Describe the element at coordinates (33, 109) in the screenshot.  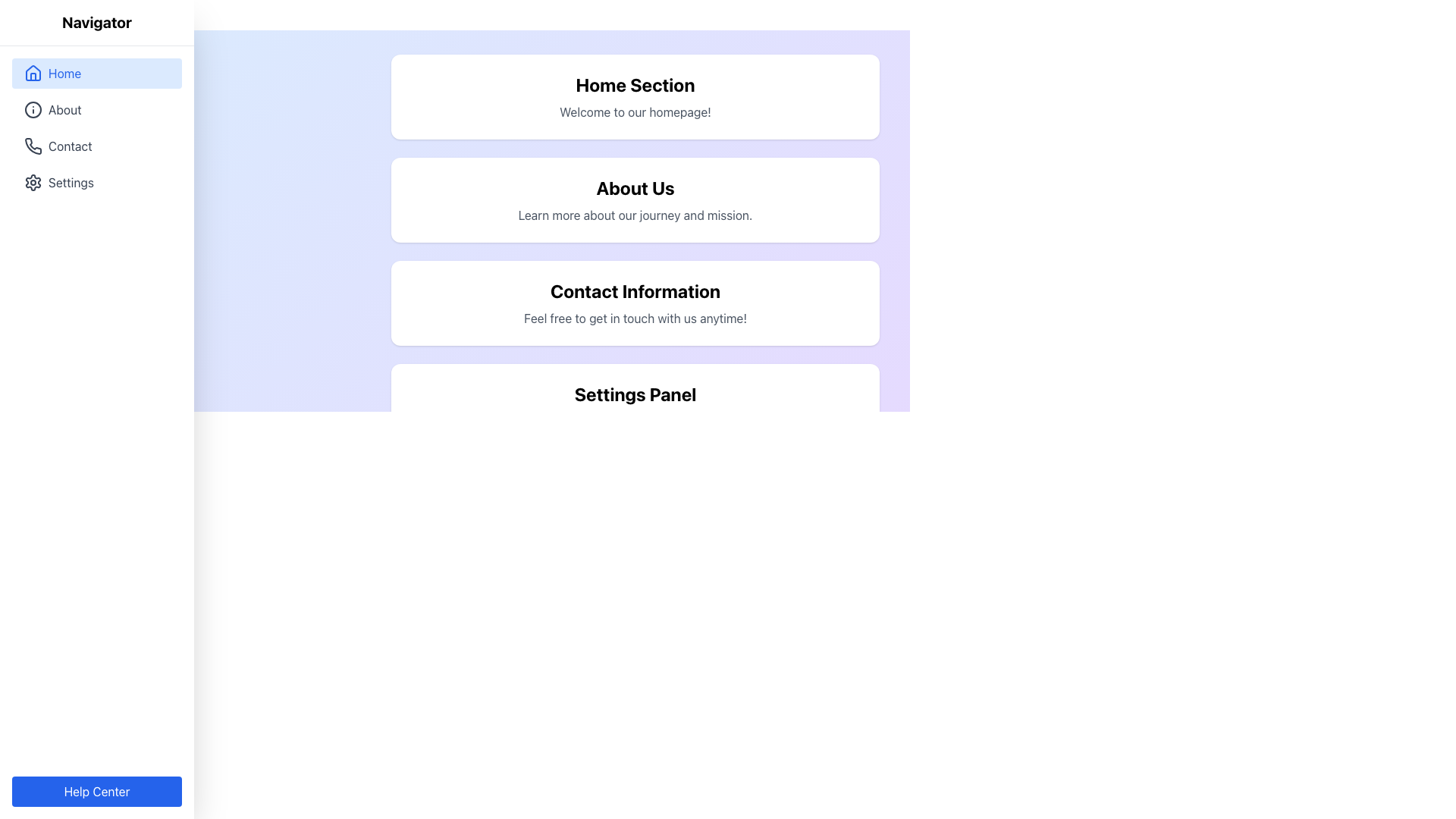
I see `the 'About' icon located in the vertical navigation sidebar, positioned to the left of the 'About' text` at that location.